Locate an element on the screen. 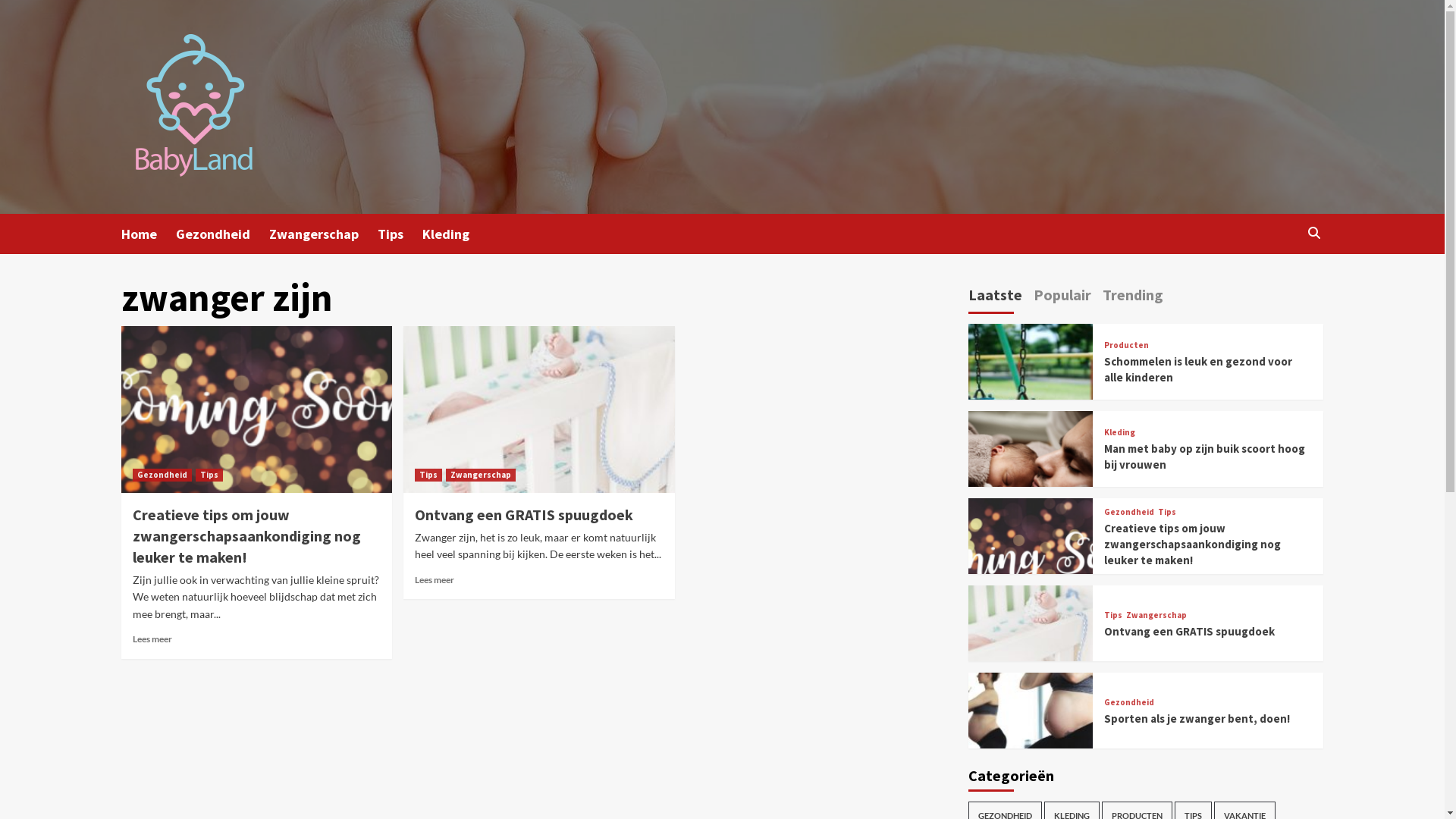 The height and width of the screenshot is (819, 1456). 'Kleding' is located at coordinates (1119, 432).